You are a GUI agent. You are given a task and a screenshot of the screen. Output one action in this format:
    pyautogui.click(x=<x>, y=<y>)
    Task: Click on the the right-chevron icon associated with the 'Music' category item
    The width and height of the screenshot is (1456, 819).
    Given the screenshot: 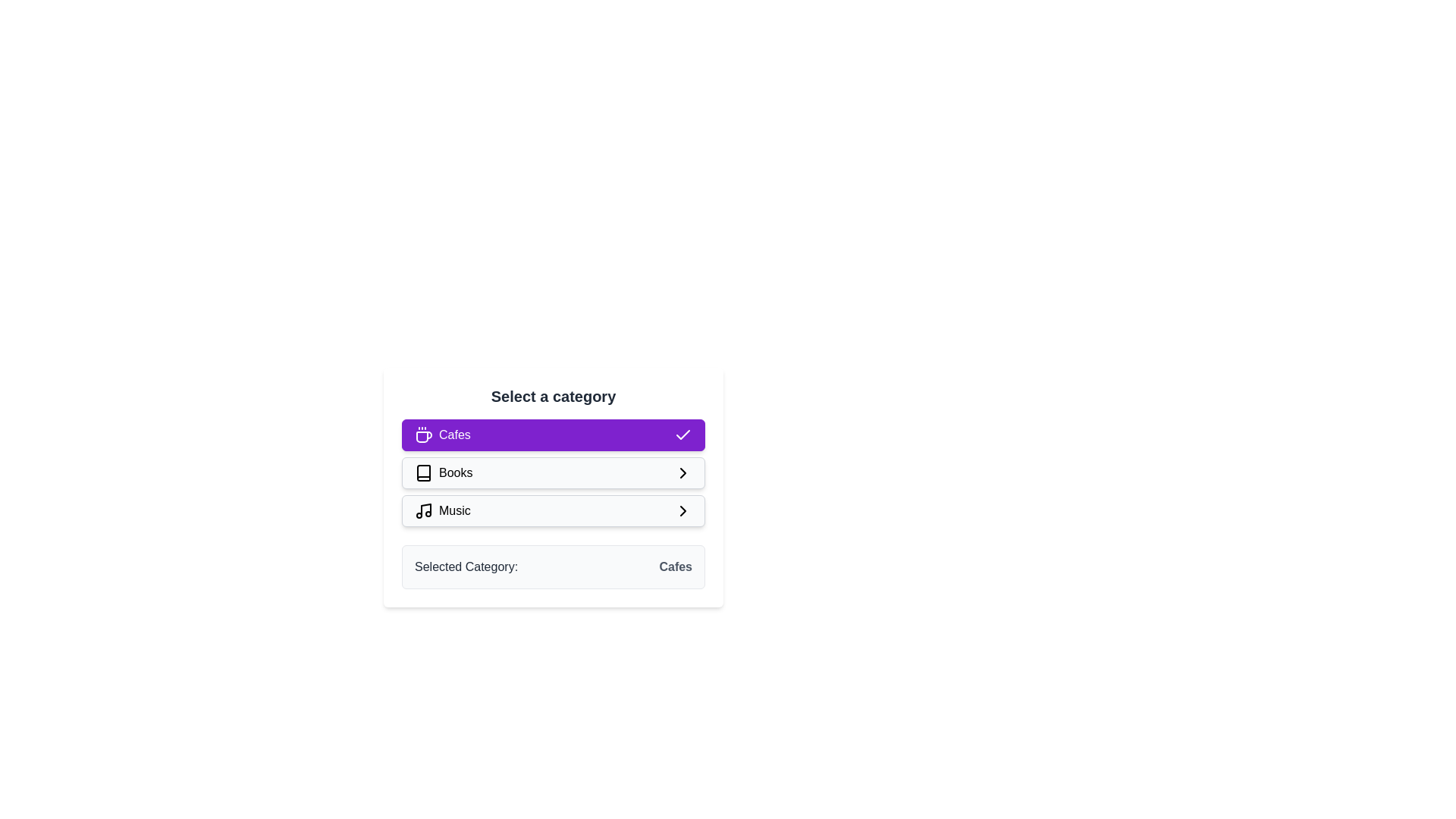 What is the action you would take?
    pyautogui.click(x=682, y=511)
    